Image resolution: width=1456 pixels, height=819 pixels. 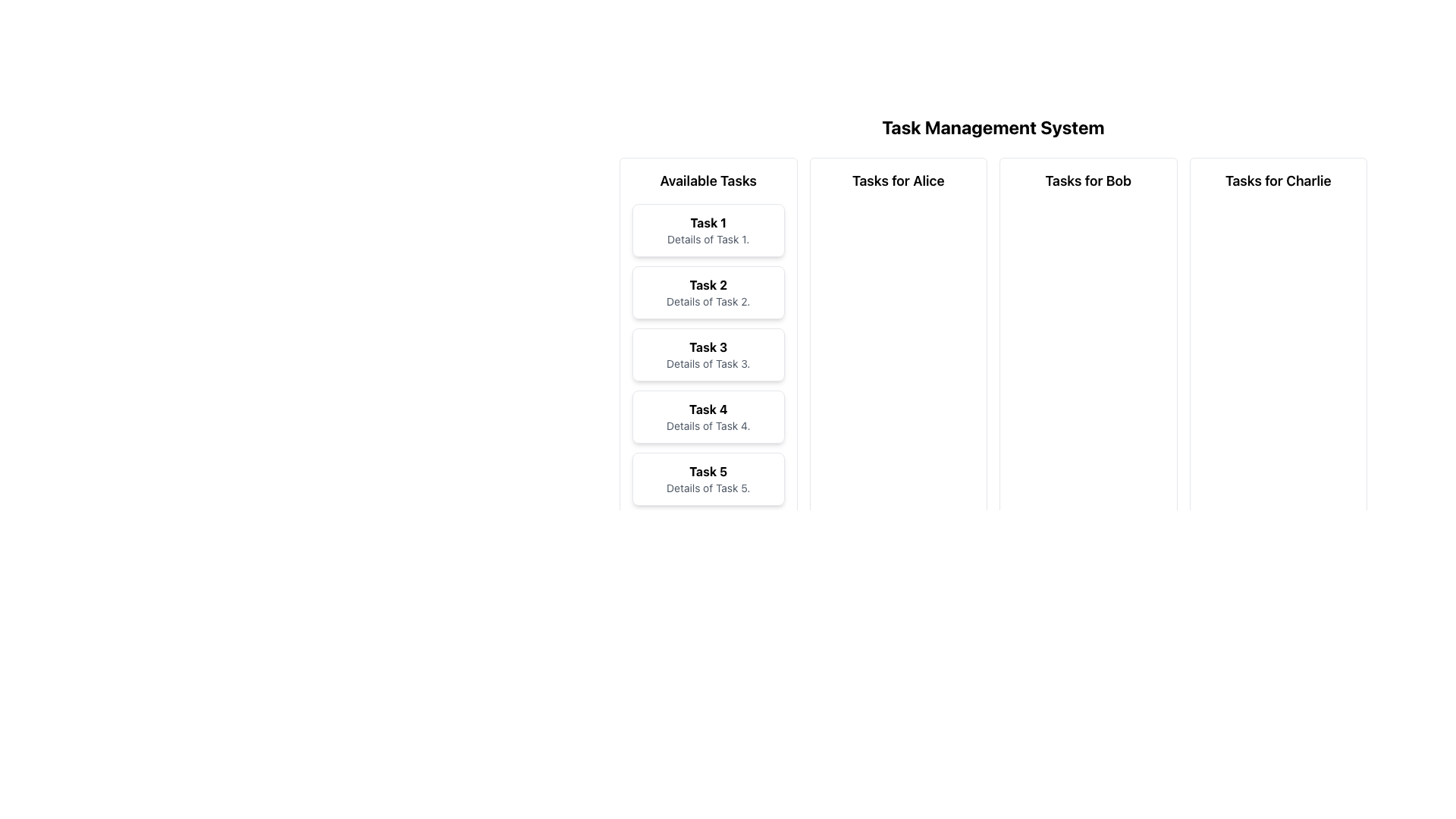 I want to click on the bold styling of the Text Label located at the top of the third card in the 'Available Tasks' column, above the description text 'Details of Task 3', so click(x=708, y=347).